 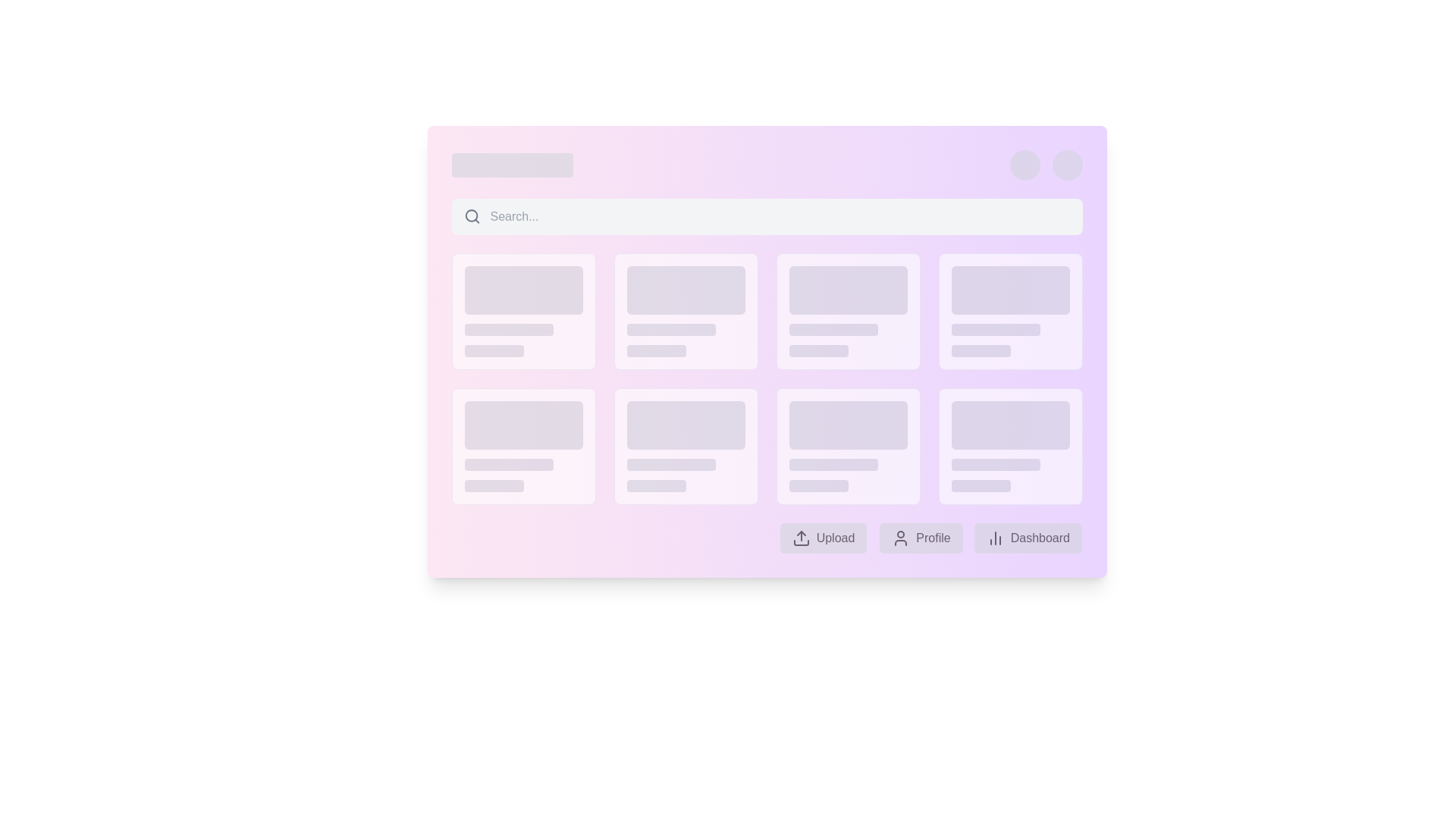 I want to click on the second card placeholder in the top row of the grid layout, so click(x=685, y=311).